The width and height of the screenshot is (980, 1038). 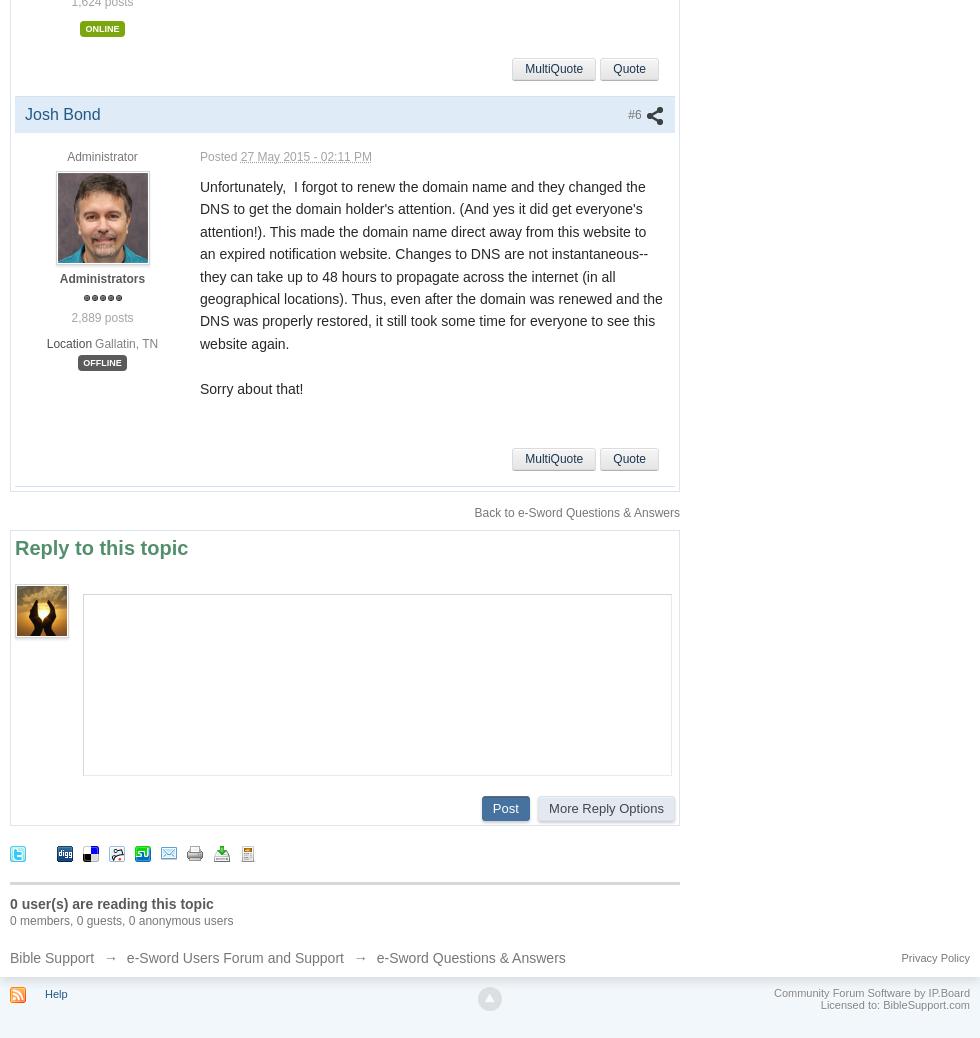 What do you see at coordinates (577, 512) in the screenshot?
I see `'Back to e-Sword Questions & Answers'` at bounding box center [577, 512].